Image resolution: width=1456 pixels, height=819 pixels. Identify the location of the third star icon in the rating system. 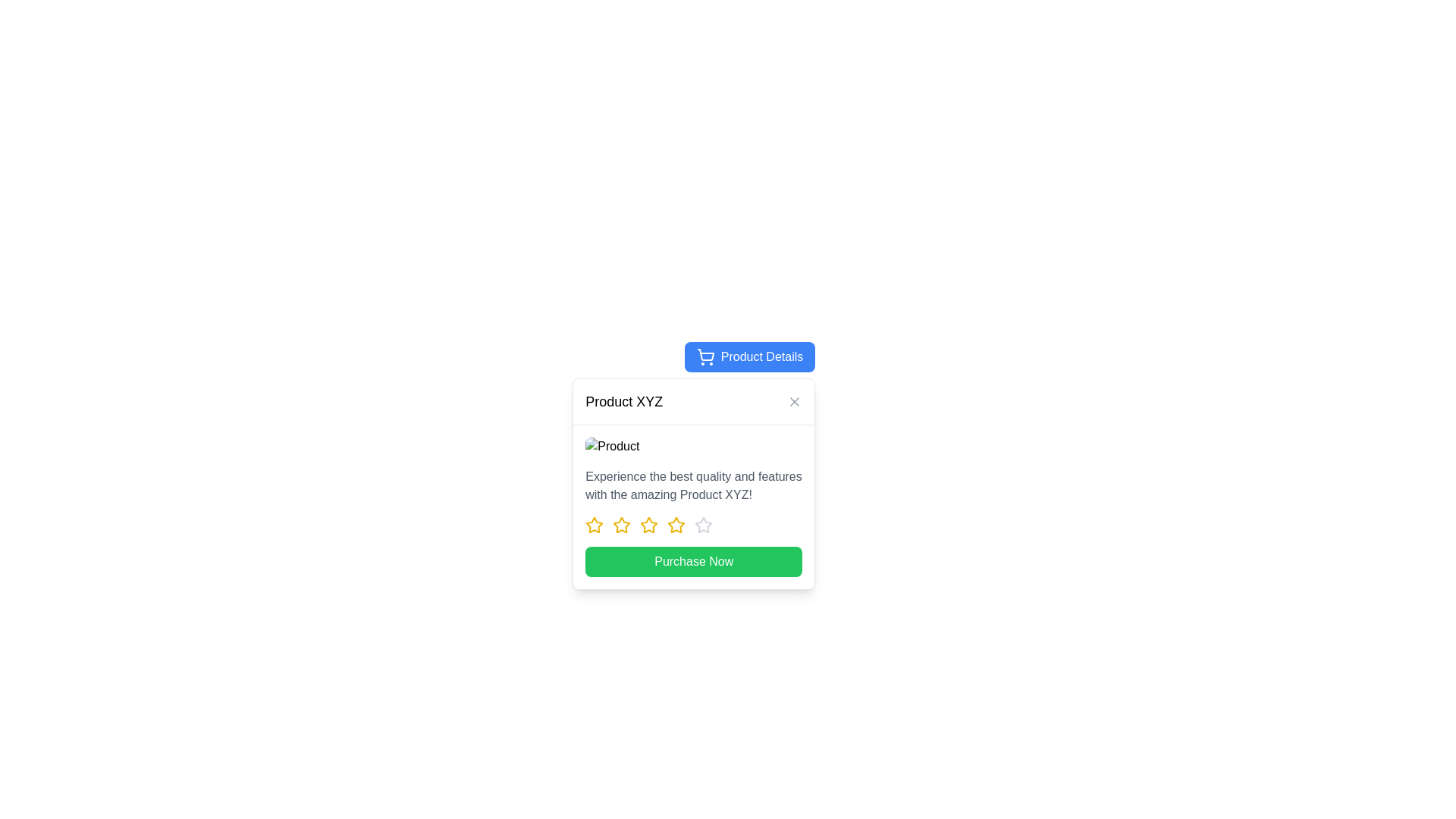
(622, 525).